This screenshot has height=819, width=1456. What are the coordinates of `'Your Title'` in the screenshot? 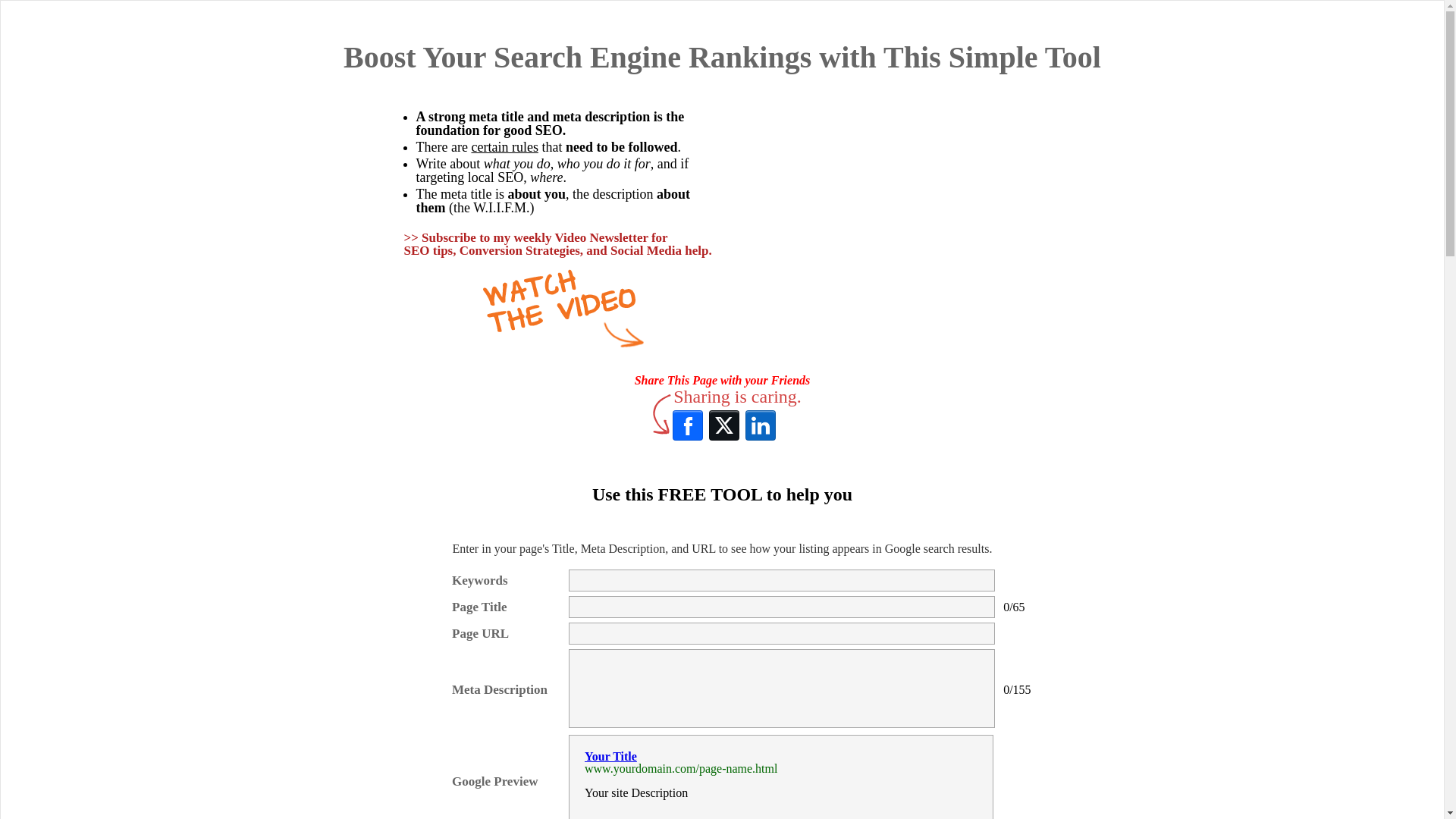 It's located at (584, 756).